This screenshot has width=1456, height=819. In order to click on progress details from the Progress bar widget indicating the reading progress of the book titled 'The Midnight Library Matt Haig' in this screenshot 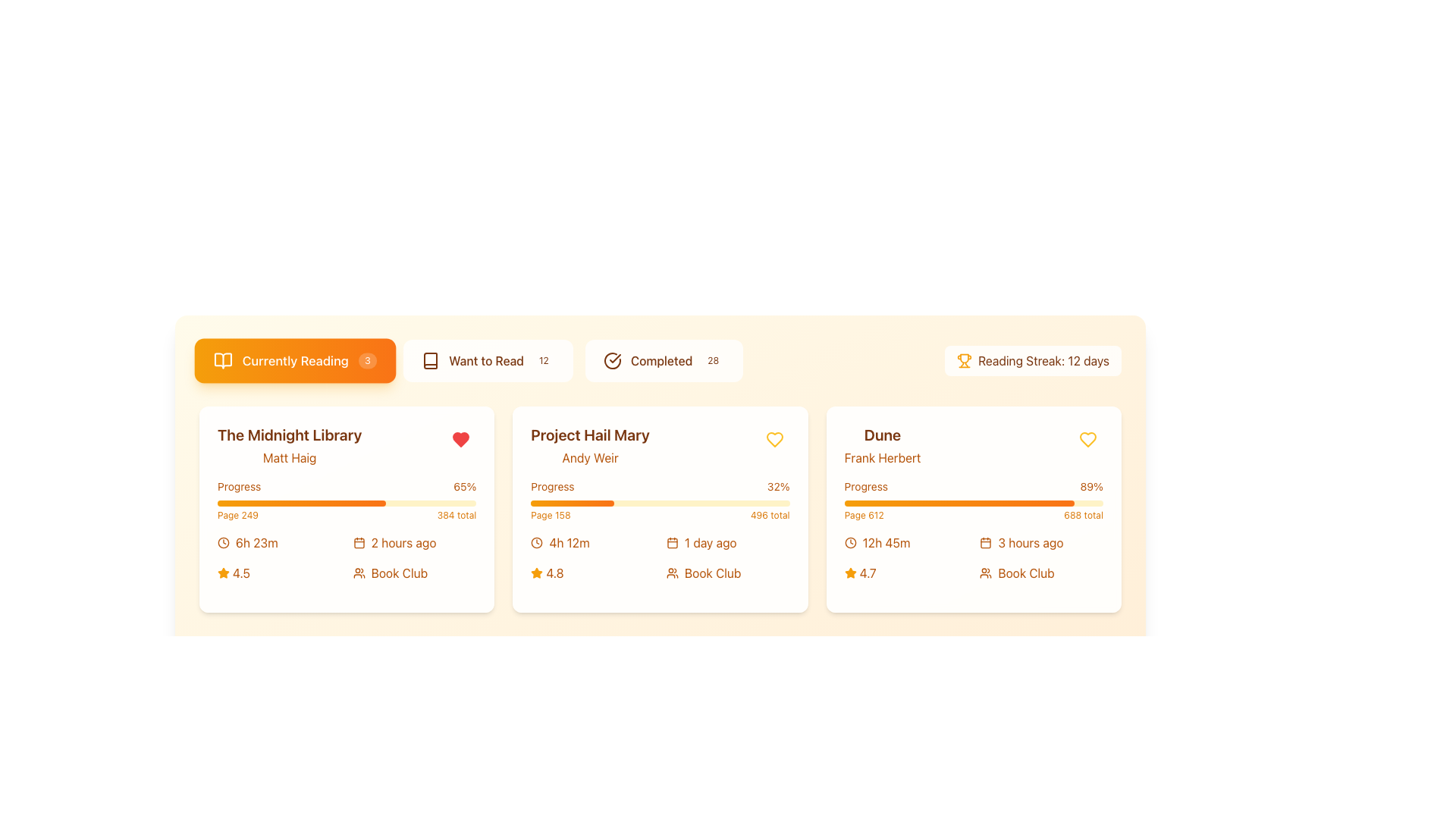, I will do `click(346, 500)`.